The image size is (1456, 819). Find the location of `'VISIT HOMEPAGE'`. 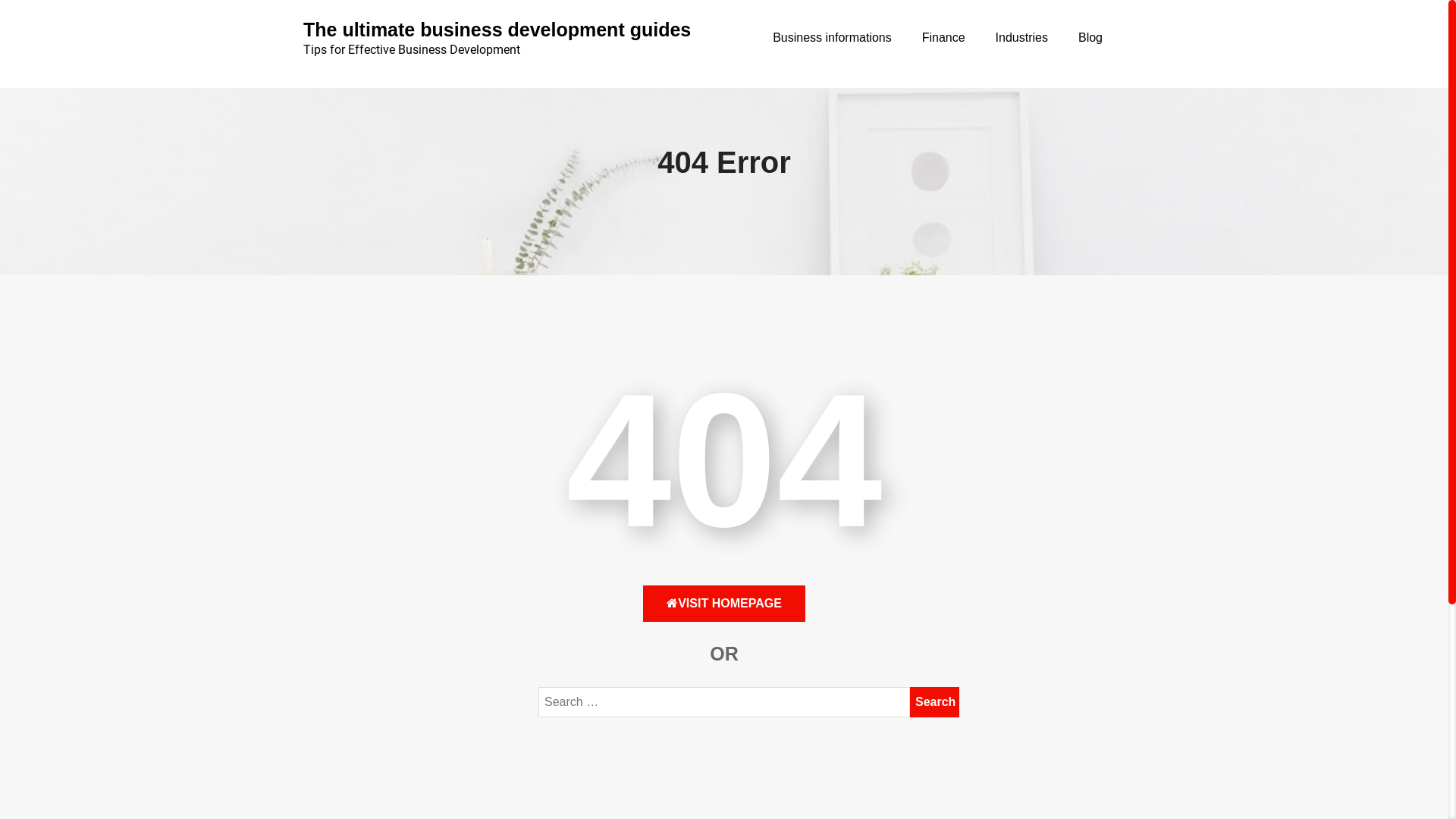

'VISIT HOMEPAGE' is located at coordinates (723, 602).